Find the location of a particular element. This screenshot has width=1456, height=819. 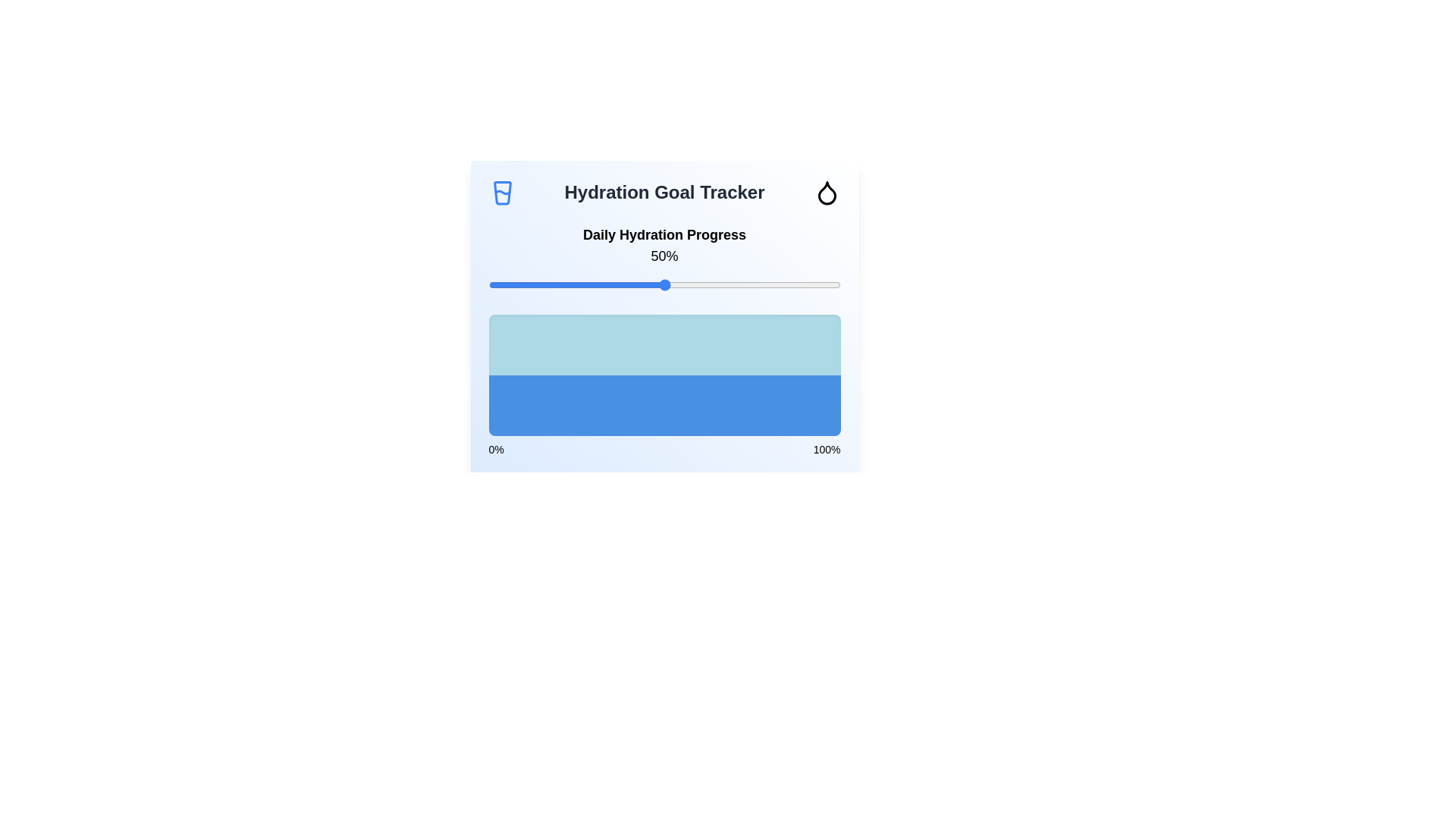

the hydration slider to 74% is located at coordinates (748, 284).